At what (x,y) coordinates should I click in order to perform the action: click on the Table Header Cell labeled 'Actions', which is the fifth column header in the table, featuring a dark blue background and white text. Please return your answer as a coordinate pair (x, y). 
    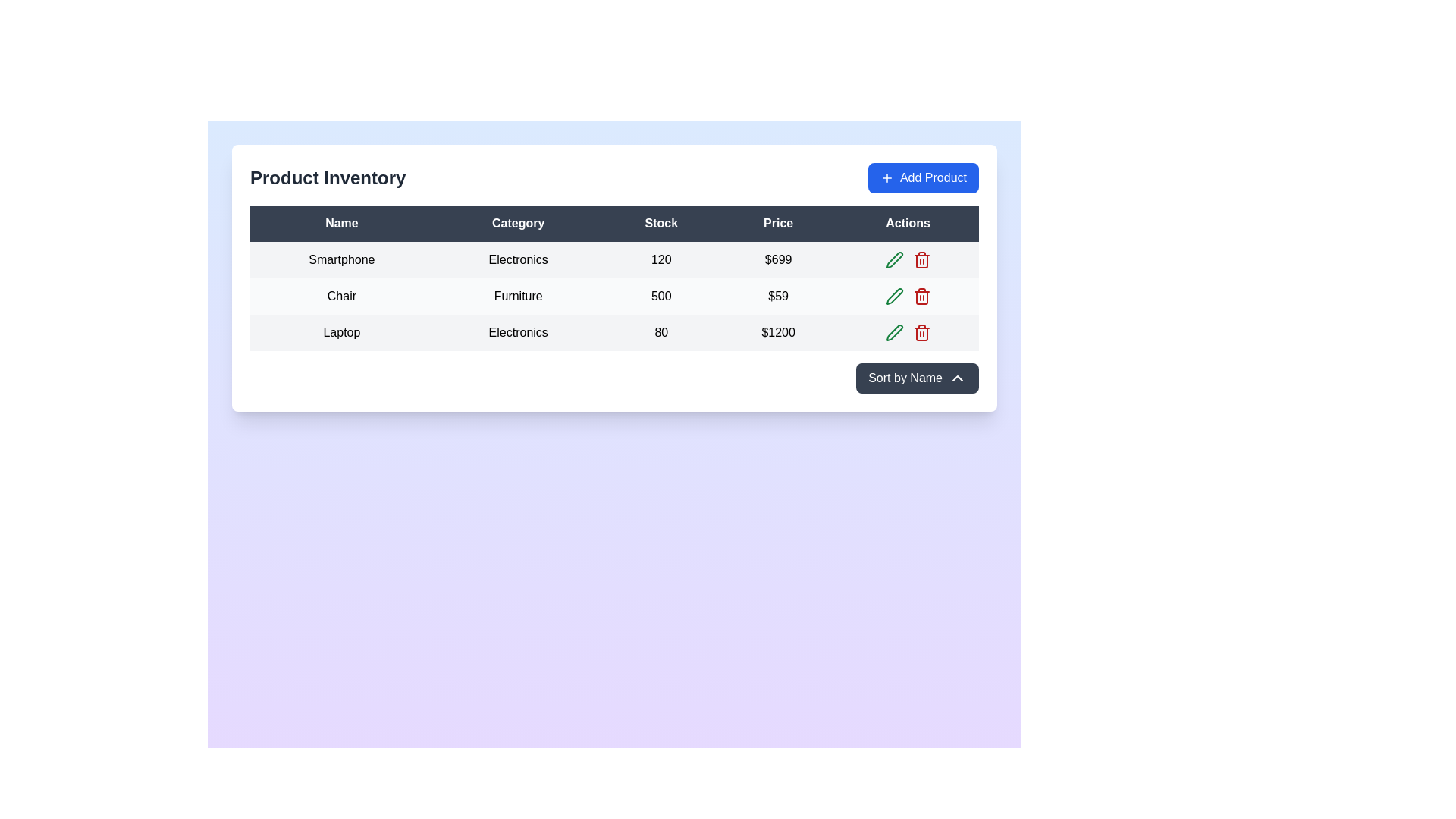
    Looking at the image, I should click on (908, 223).